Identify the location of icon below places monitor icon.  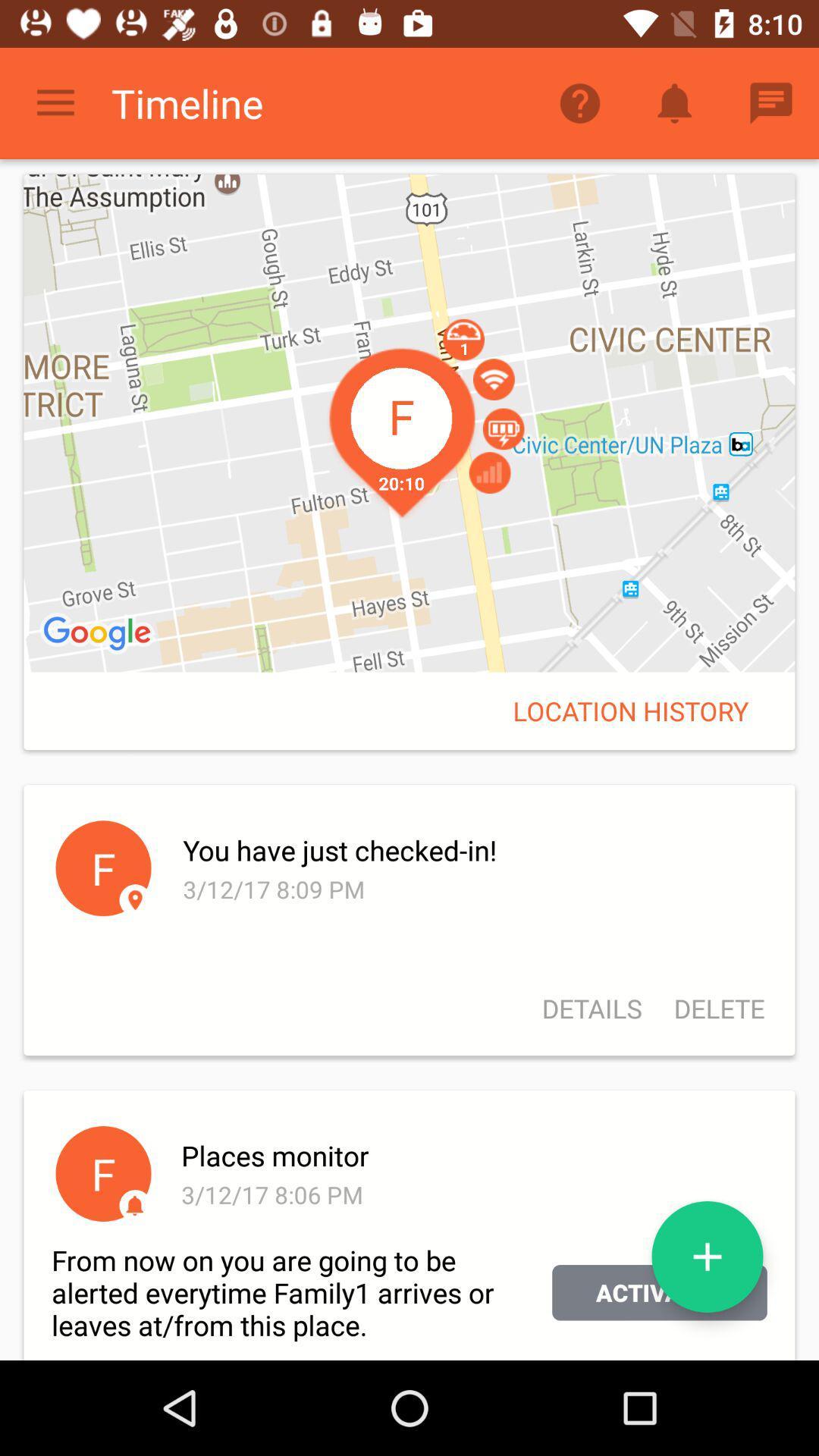
(708, 1257).